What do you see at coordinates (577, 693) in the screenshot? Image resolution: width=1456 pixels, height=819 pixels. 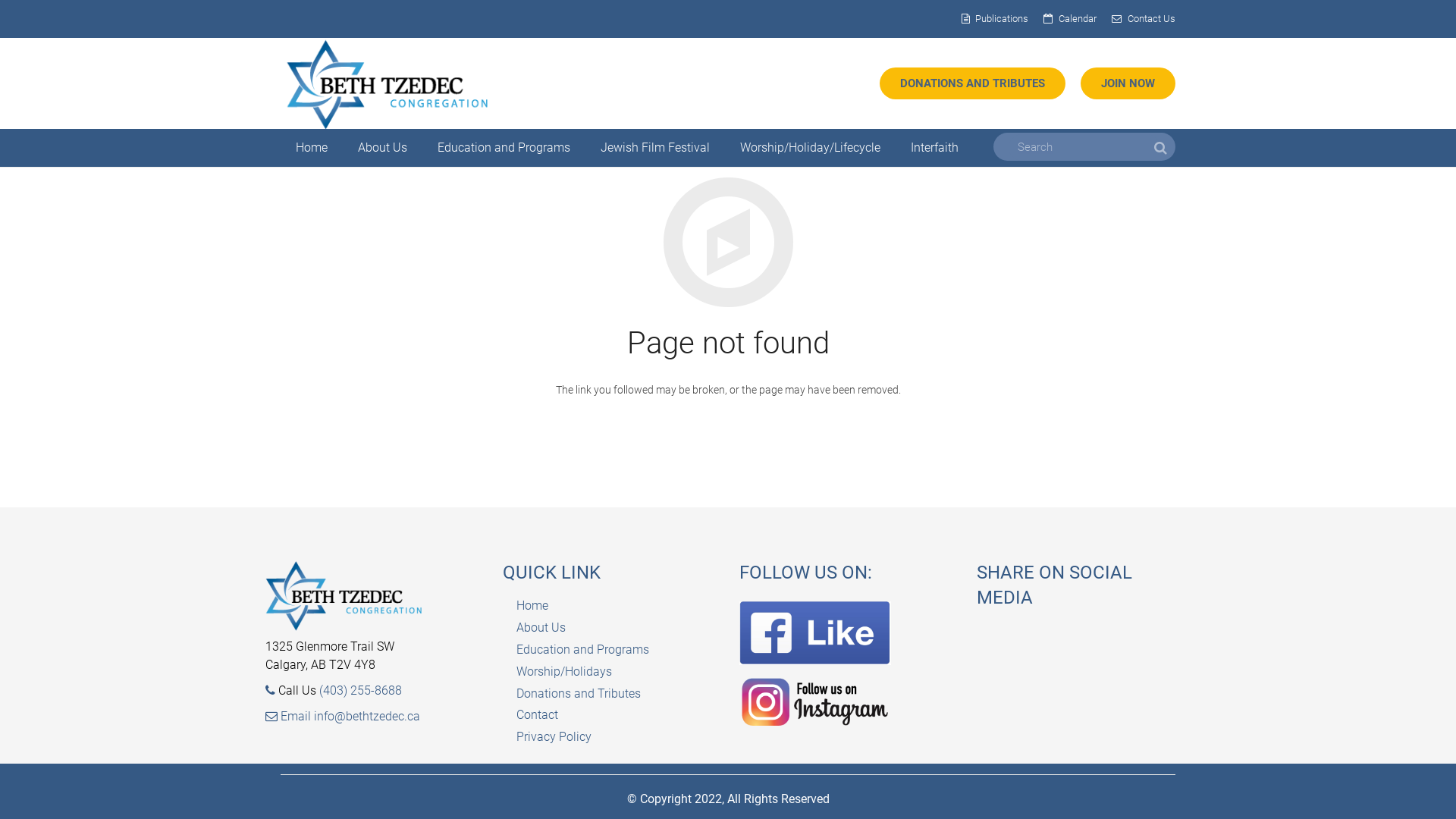 I see `'Donations and Tributes'` at bounding box center [577, 693].